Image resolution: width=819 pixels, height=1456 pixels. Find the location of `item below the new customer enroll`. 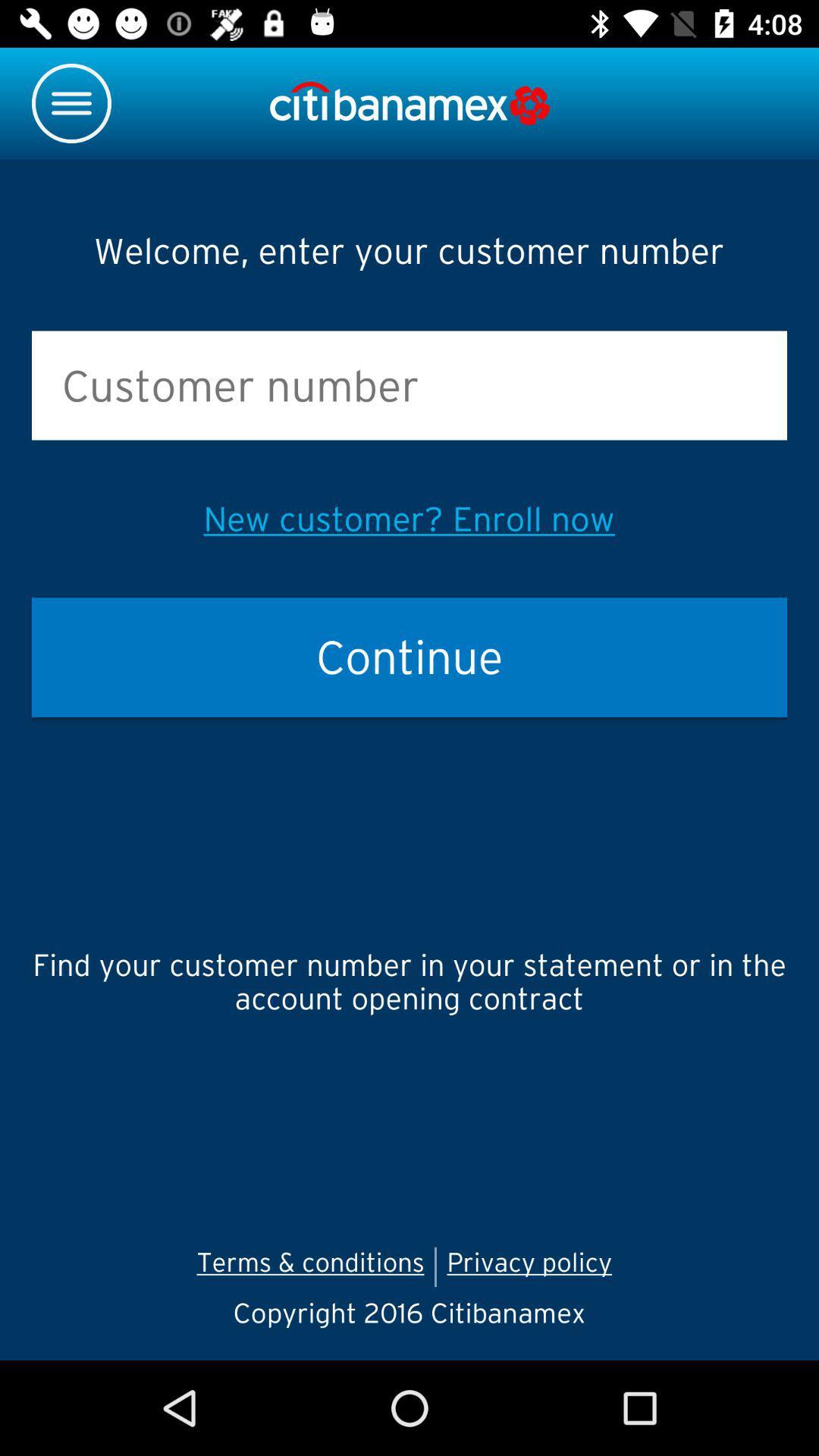

item below the new customer enroll is located at coordinates (409, 657).